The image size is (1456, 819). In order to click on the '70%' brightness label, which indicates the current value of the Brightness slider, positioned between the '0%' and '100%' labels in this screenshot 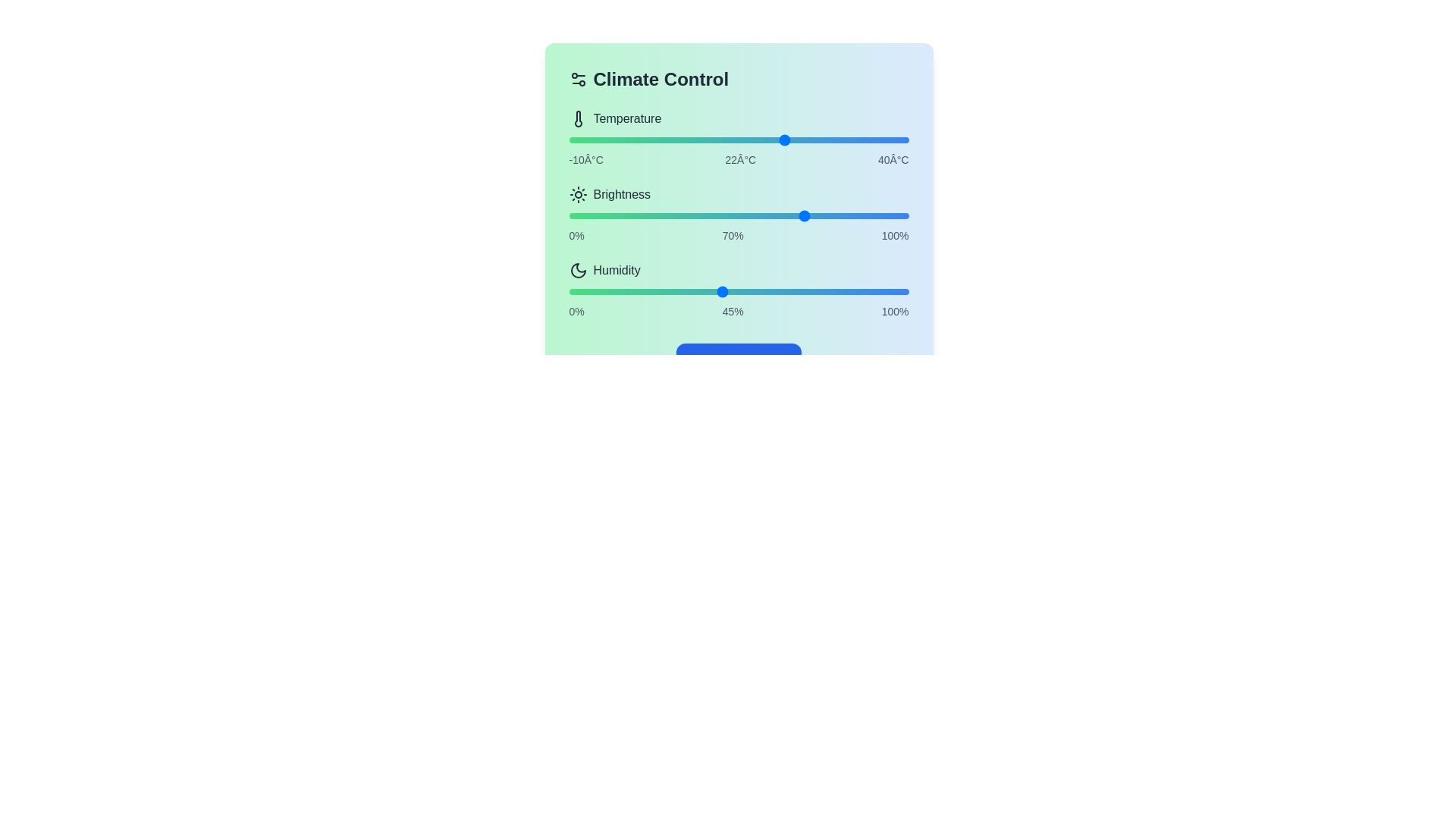, I will do `click(733, 236)`.